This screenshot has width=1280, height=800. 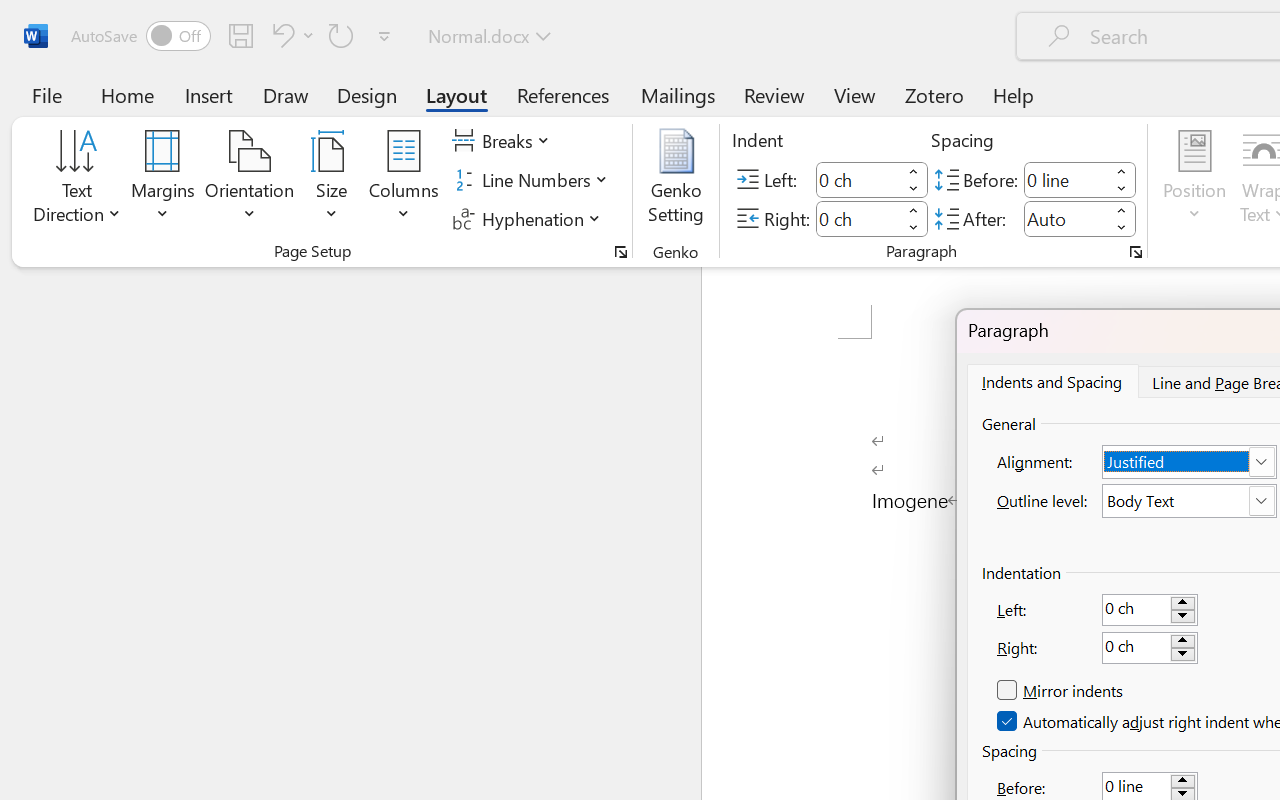 What do you see at coordinates (533, 179) in the screenshot?
I see `'Line Numbers'` at bounding box center [533, 179].